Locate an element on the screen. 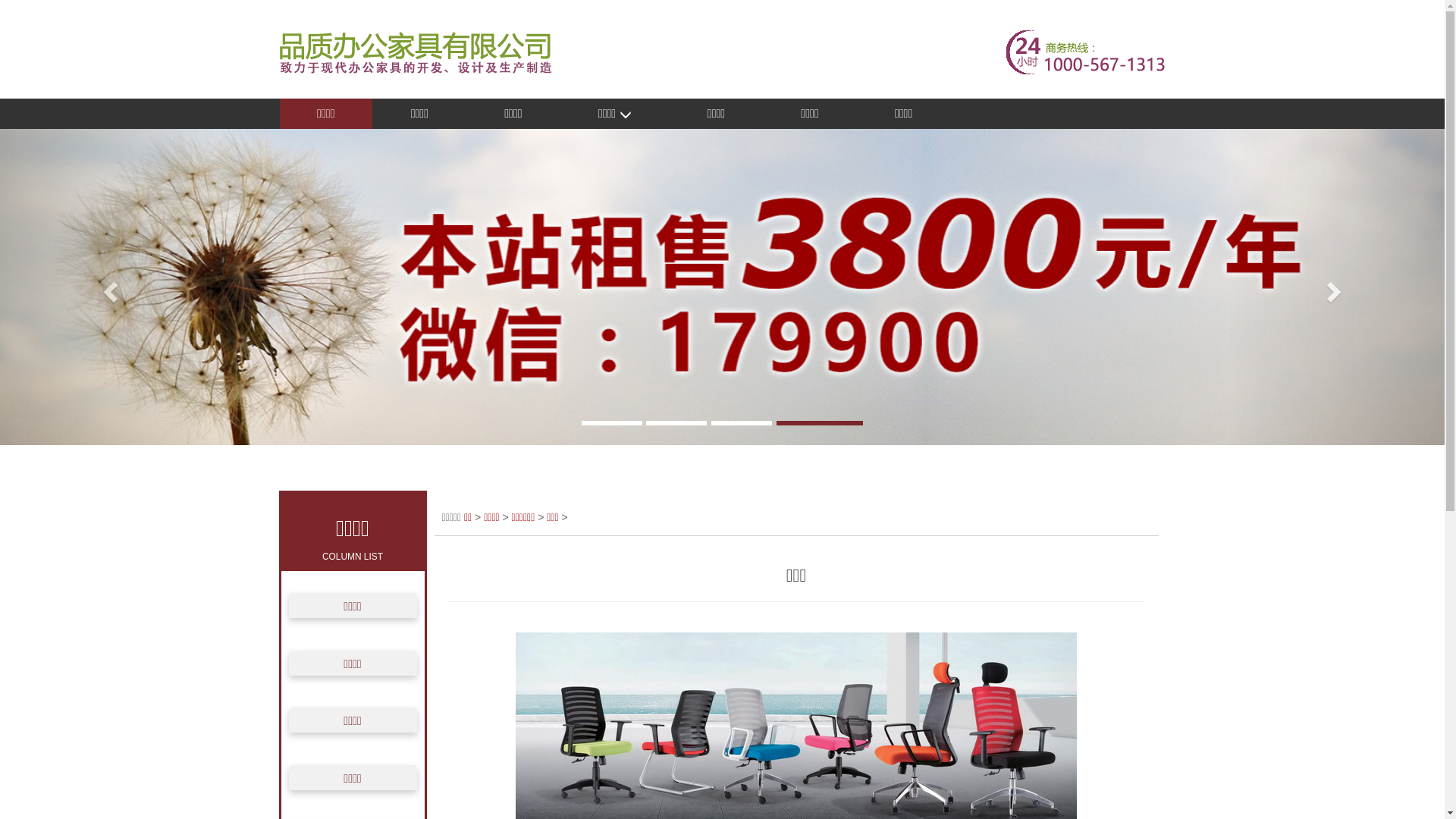 The image size is (1456, 819). 'Previous' is located at coordinates (108, 287).